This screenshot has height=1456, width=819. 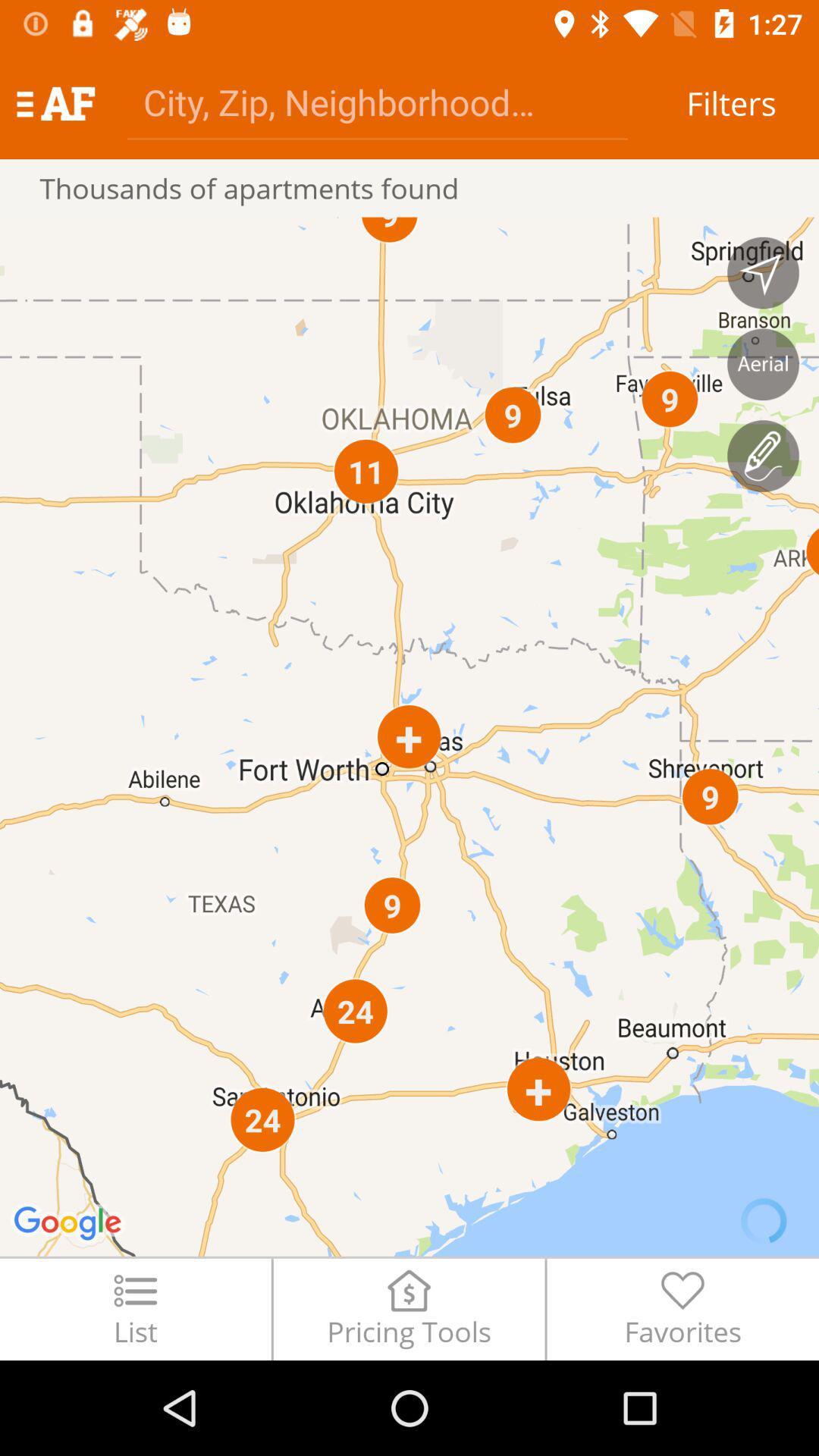 What do you see at coordinates (134, 1308) in the screenshot?
I see `item to the left of pricing tools icon` at bounding box center [134, 1308].